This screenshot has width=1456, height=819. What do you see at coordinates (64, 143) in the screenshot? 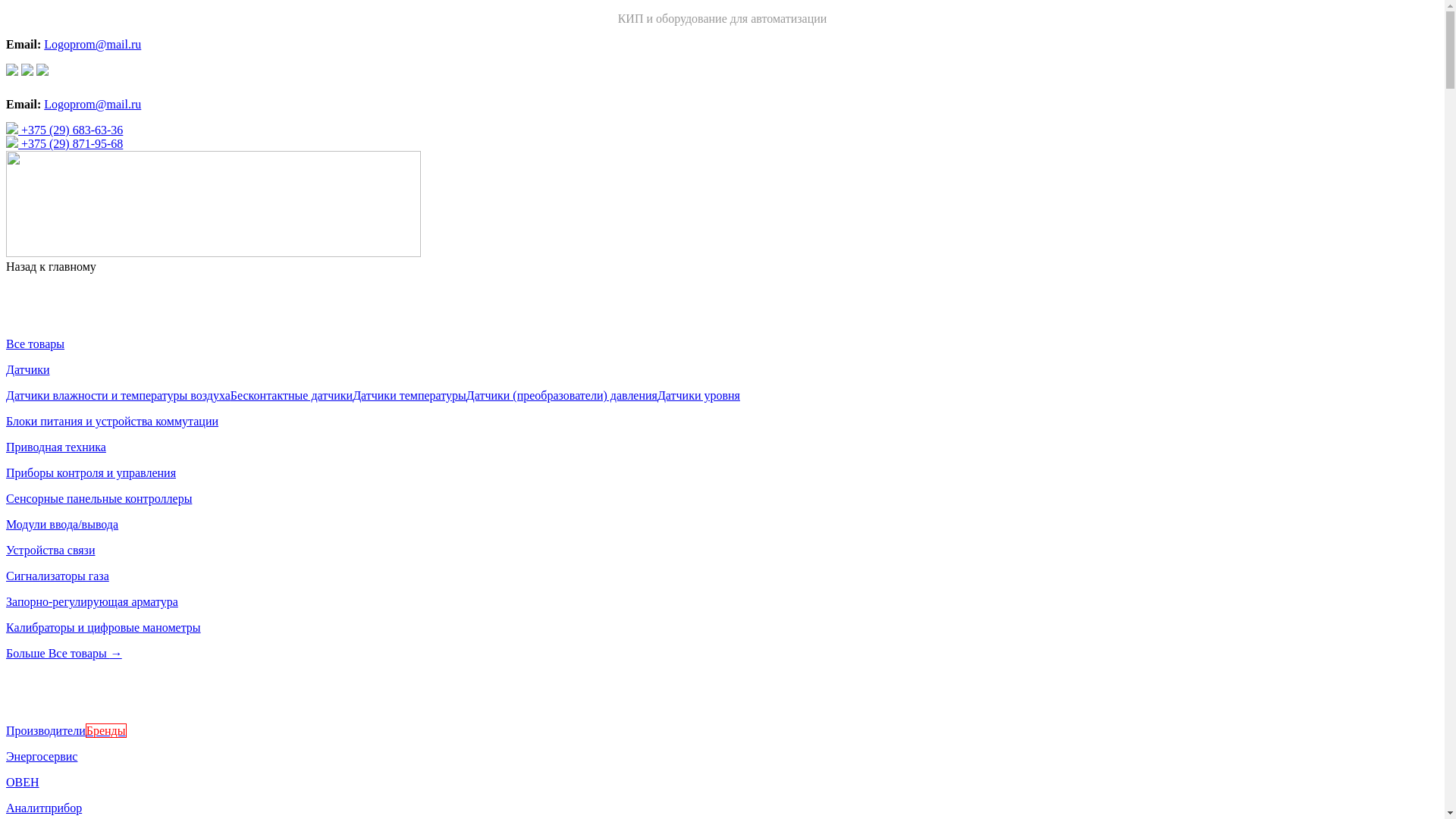
I see `'+375 (29) 871-95-68'` at bounding box center [64, 143].